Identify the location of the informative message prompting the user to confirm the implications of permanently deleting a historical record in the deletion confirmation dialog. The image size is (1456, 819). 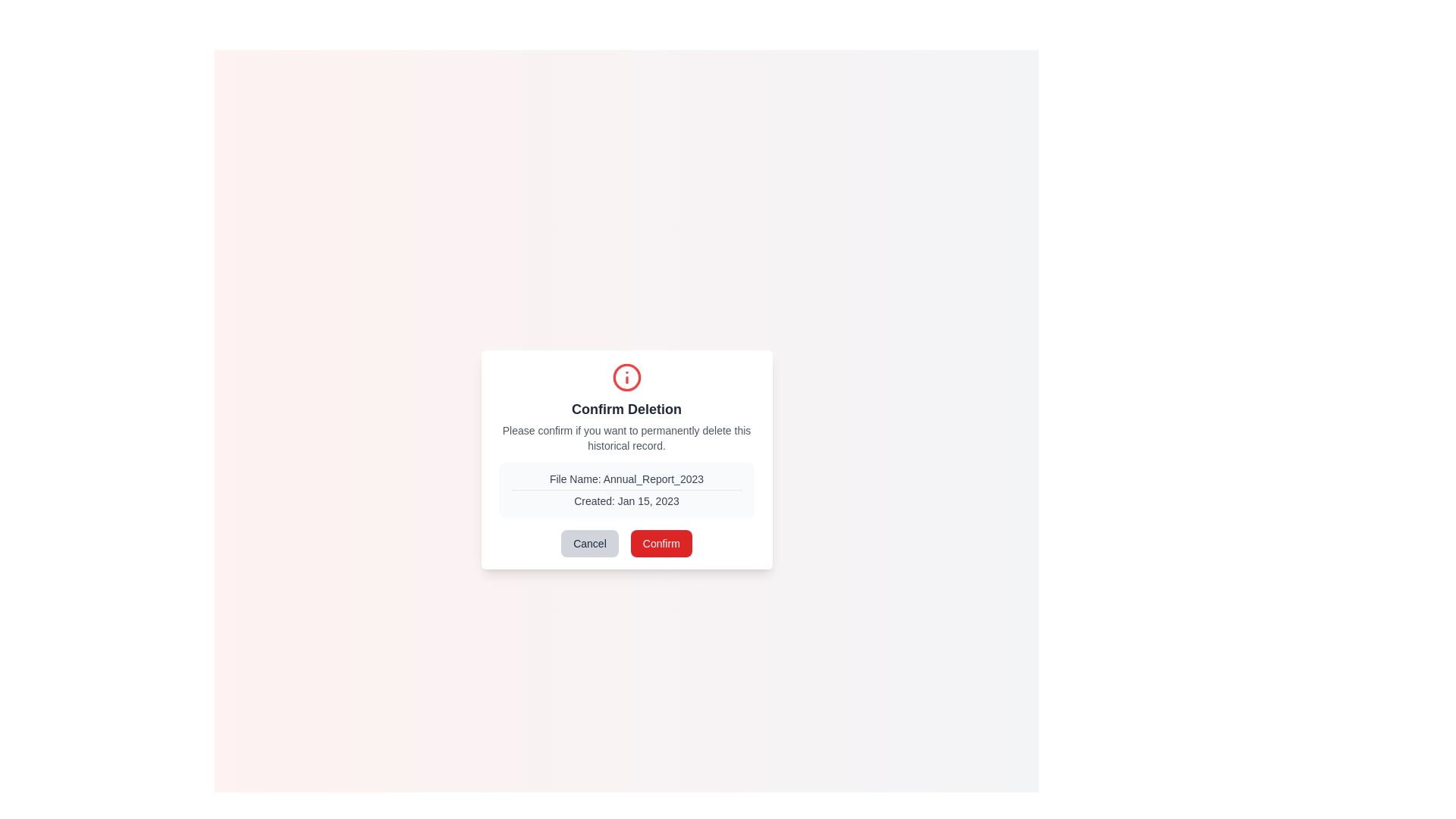
(626, 438).